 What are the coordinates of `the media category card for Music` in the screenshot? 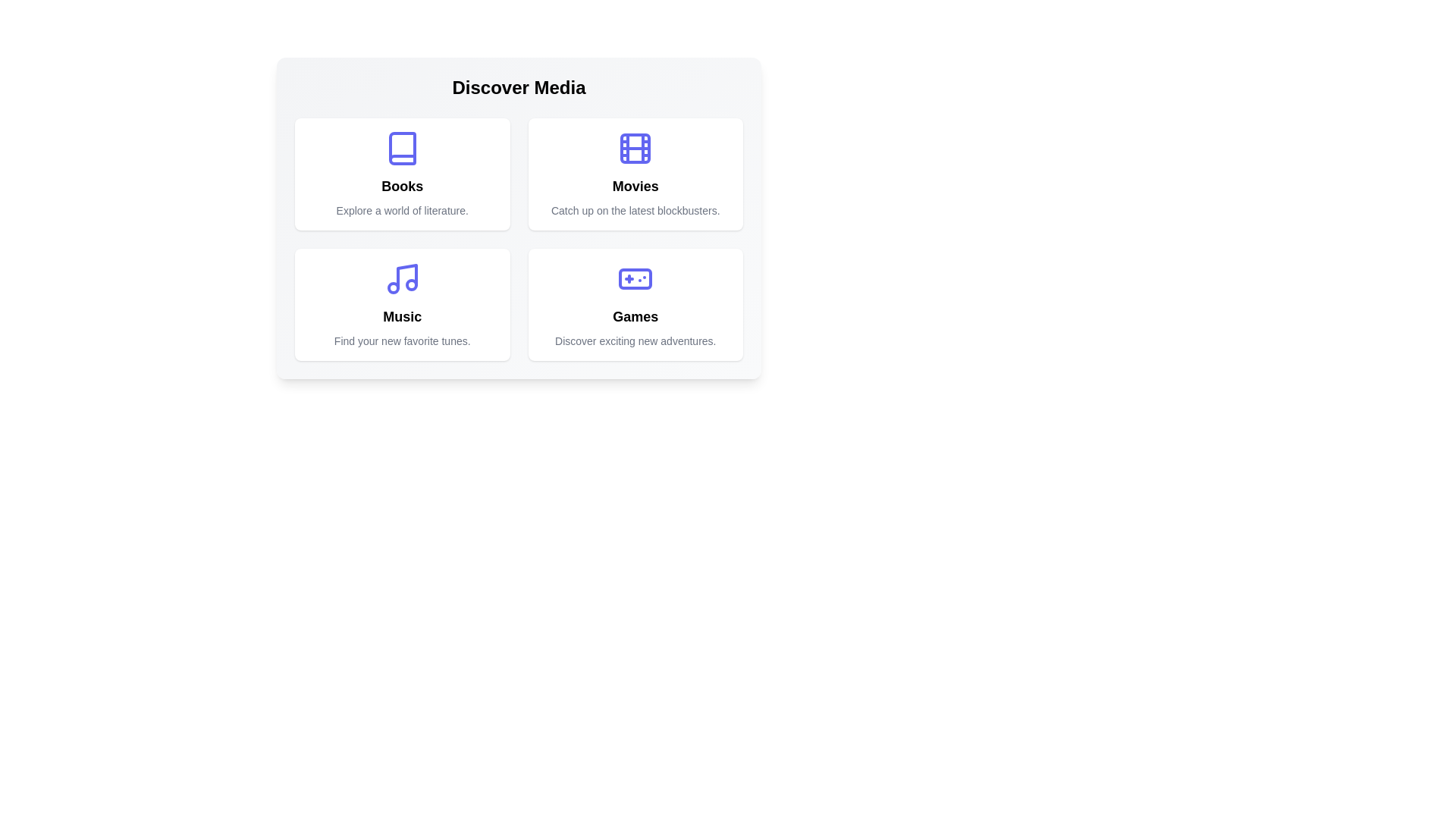 It's located at (402, 304).